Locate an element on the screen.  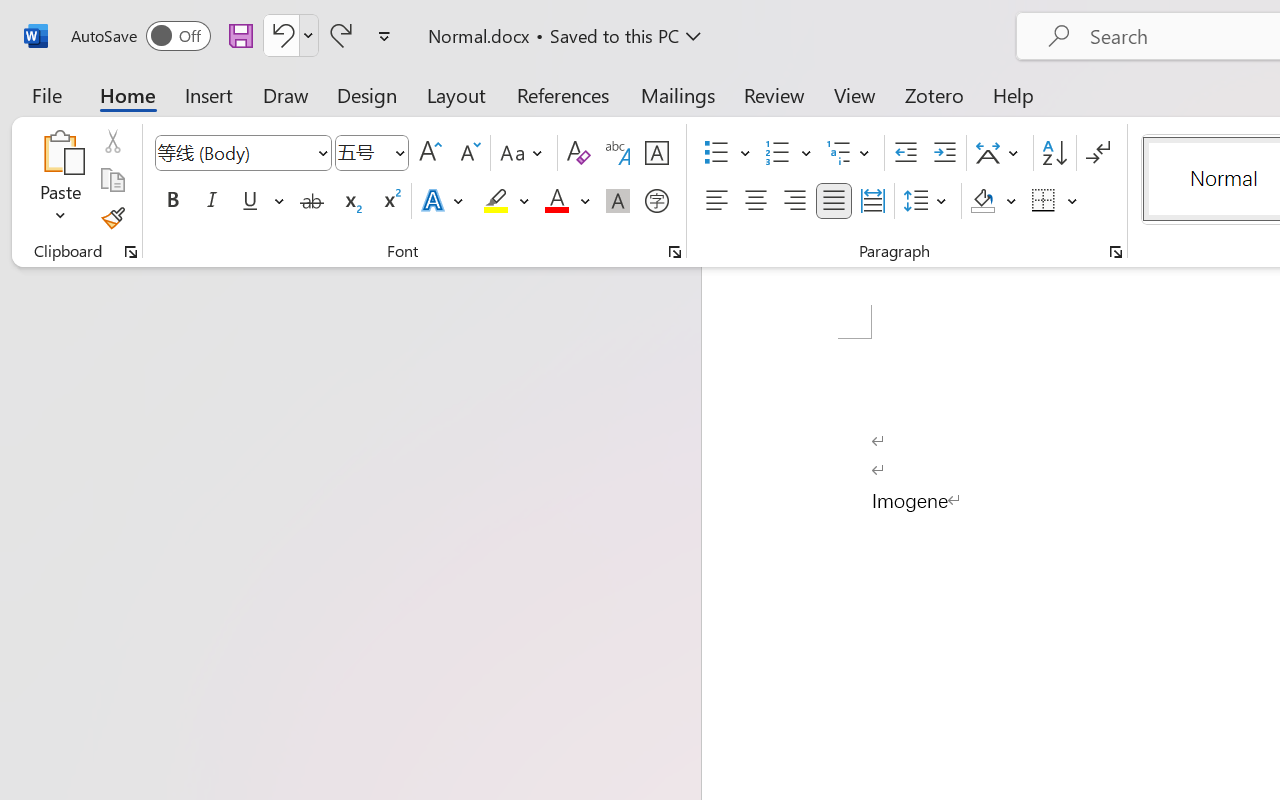
'Enclose Characters...' is located at coordinates (656, 201).